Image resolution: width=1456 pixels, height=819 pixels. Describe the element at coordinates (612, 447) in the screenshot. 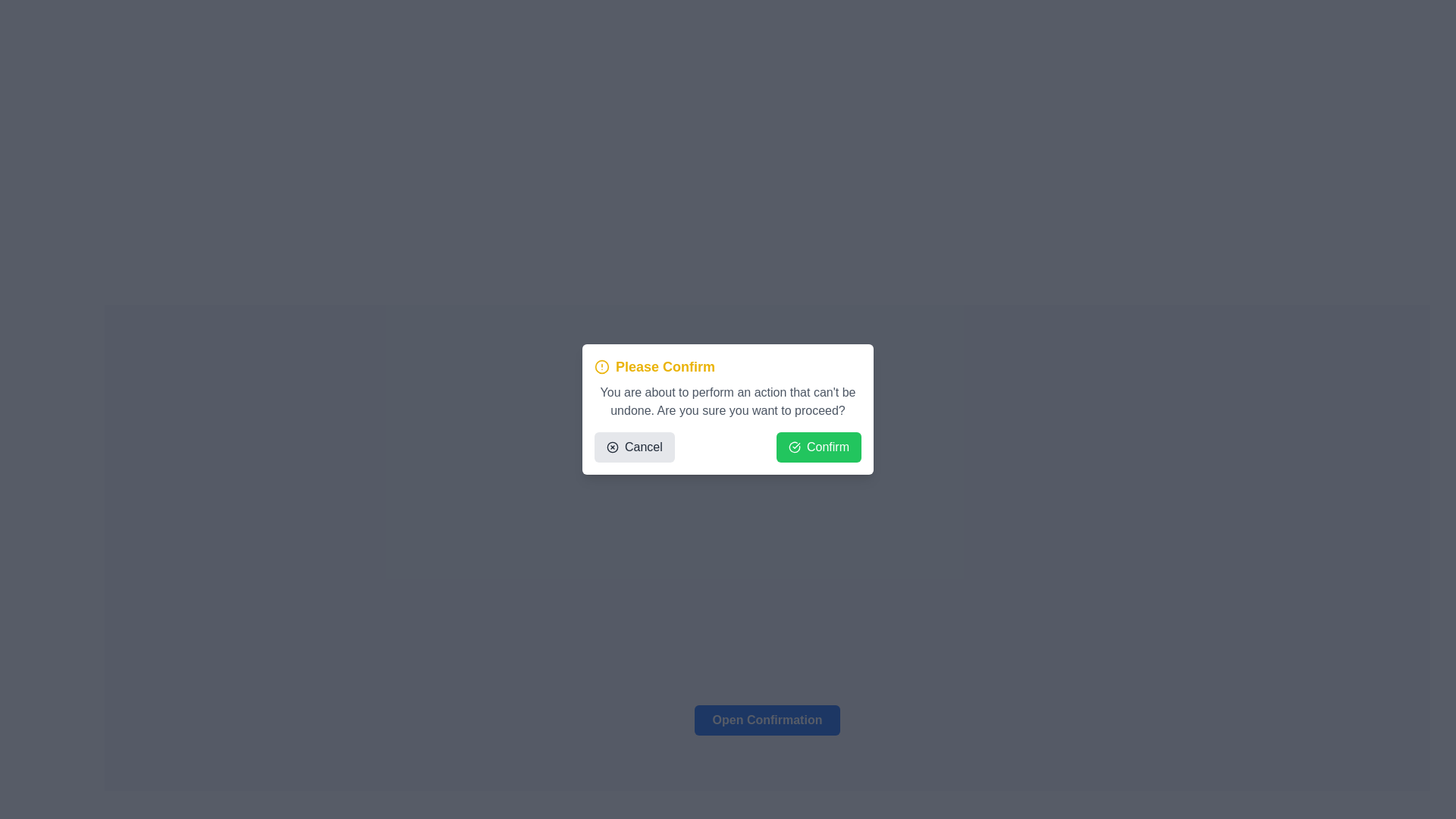

I see `the 'Cancel' icon located to the left of the 'Cancel' button within the confirmation dialog box at the bottom of the message` at that location.